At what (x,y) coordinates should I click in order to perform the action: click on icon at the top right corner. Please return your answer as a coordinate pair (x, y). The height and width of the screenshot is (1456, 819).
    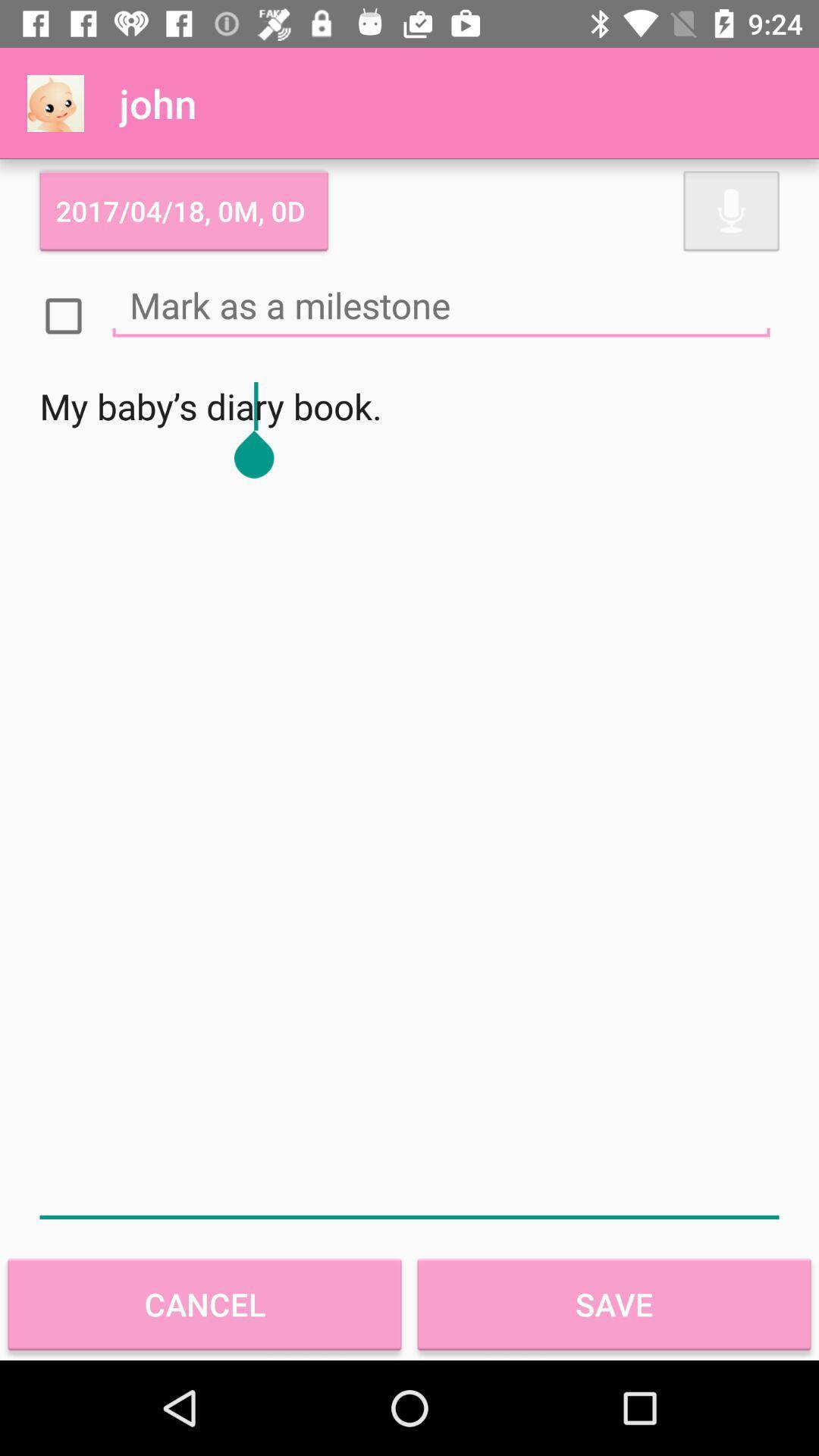
    Looking at the image, I should click on (730, 210).